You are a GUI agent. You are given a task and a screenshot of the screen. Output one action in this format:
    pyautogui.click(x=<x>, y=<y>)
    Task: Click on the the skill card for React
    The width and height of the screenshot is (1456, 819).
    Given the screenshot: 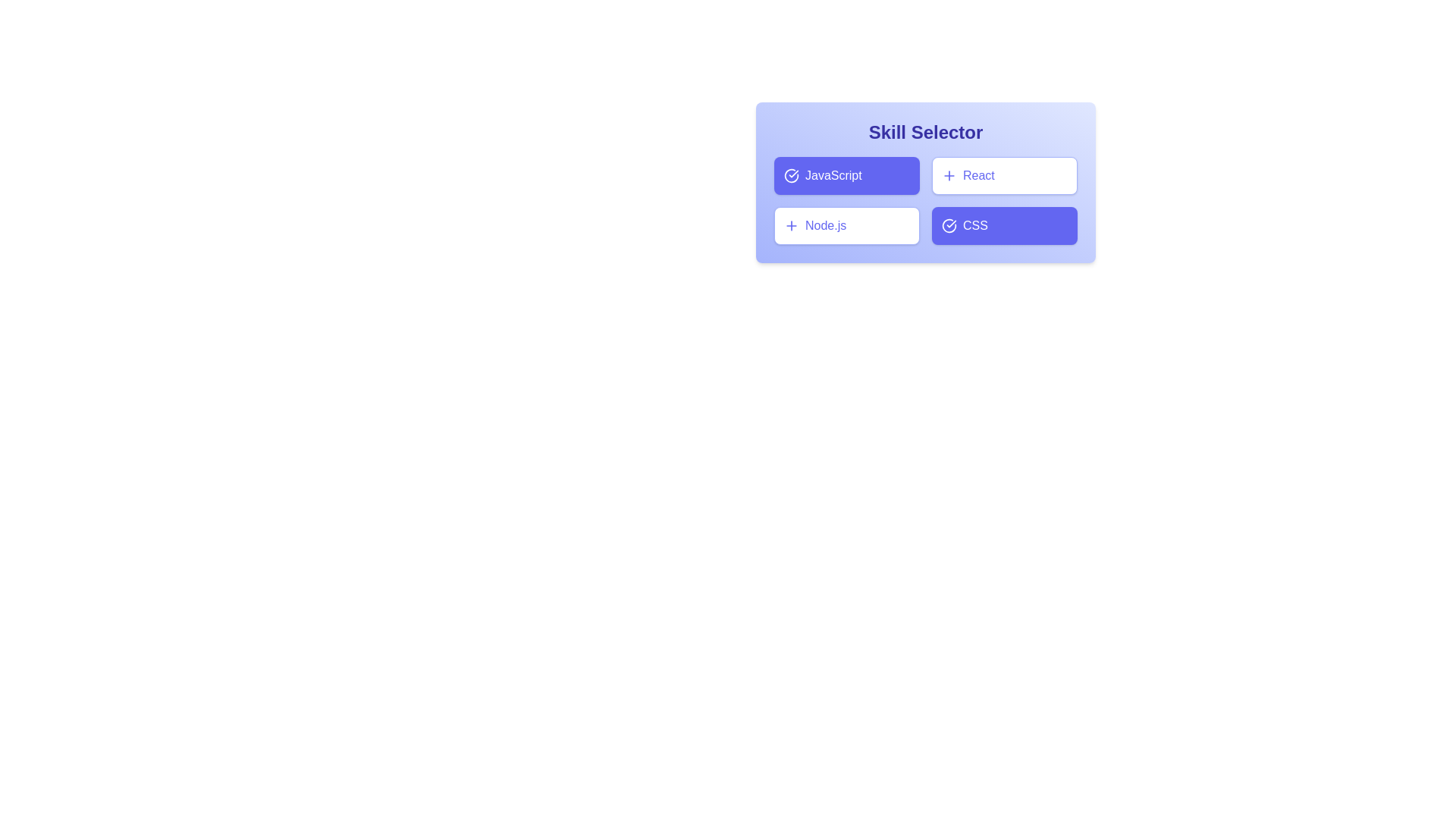 What is the action you would take?
    pyautogui.click(x=1004, y=174)
    